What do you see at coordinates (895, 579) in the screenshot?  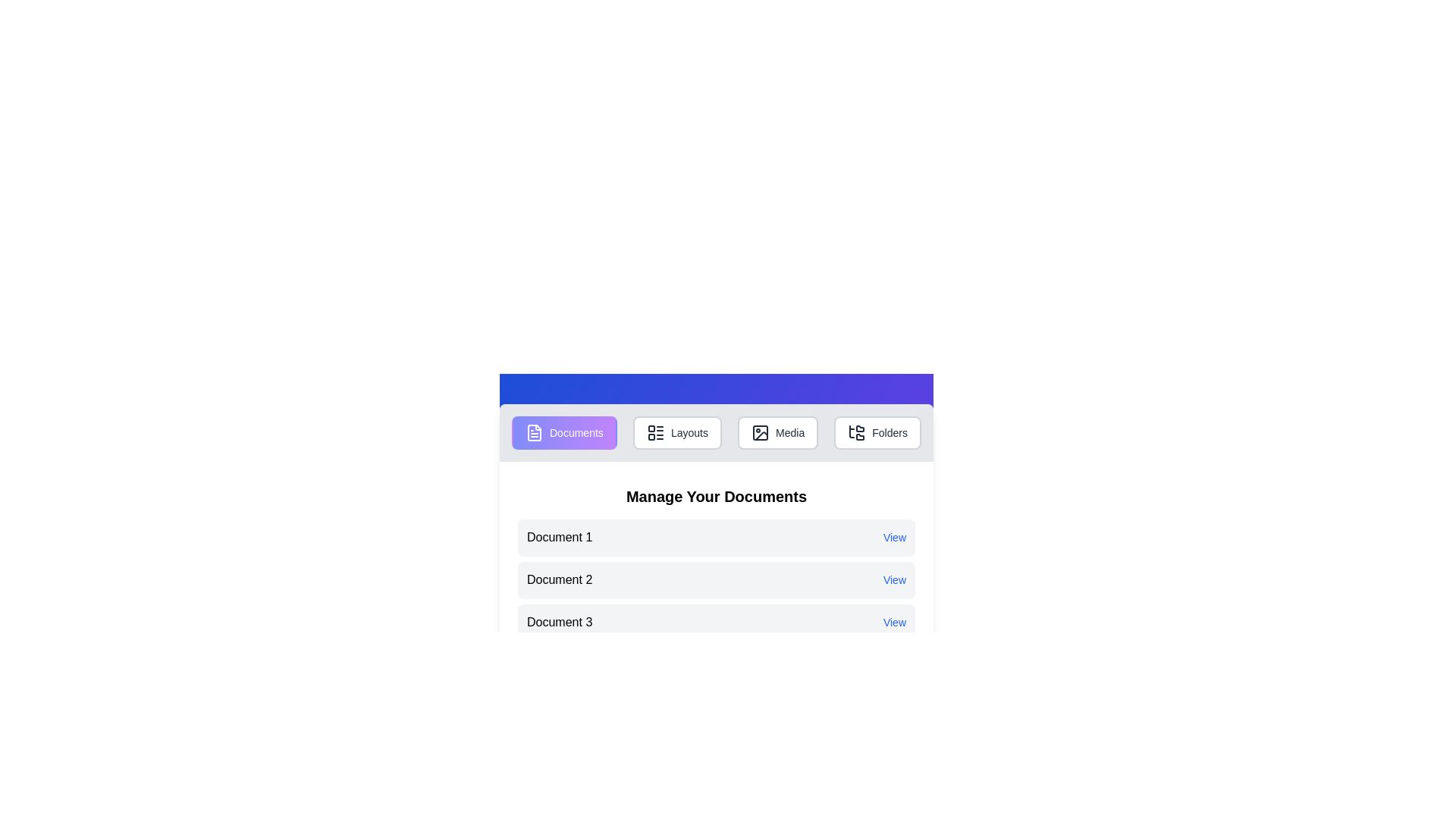 I see `the small, blue-colored, underlined text link labeled 'View' in the rightmost segment of the row labeled 'Document 2', which is part of the 'Manage Your Documents' section` at bounding box center [895, 579].